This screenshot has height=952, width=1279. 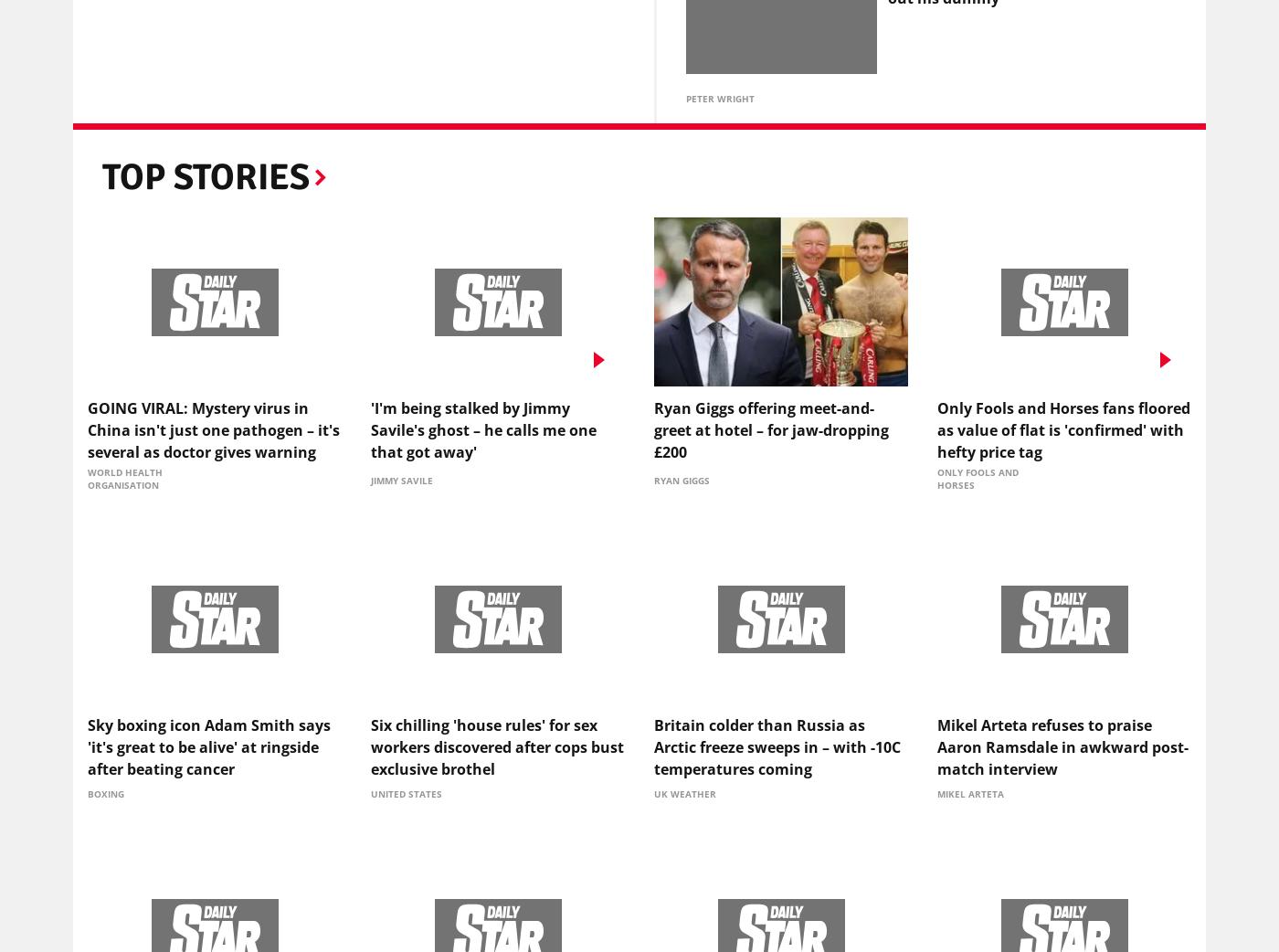 I want to click on 'Aston Villa FC', so click(x=338, y=146).